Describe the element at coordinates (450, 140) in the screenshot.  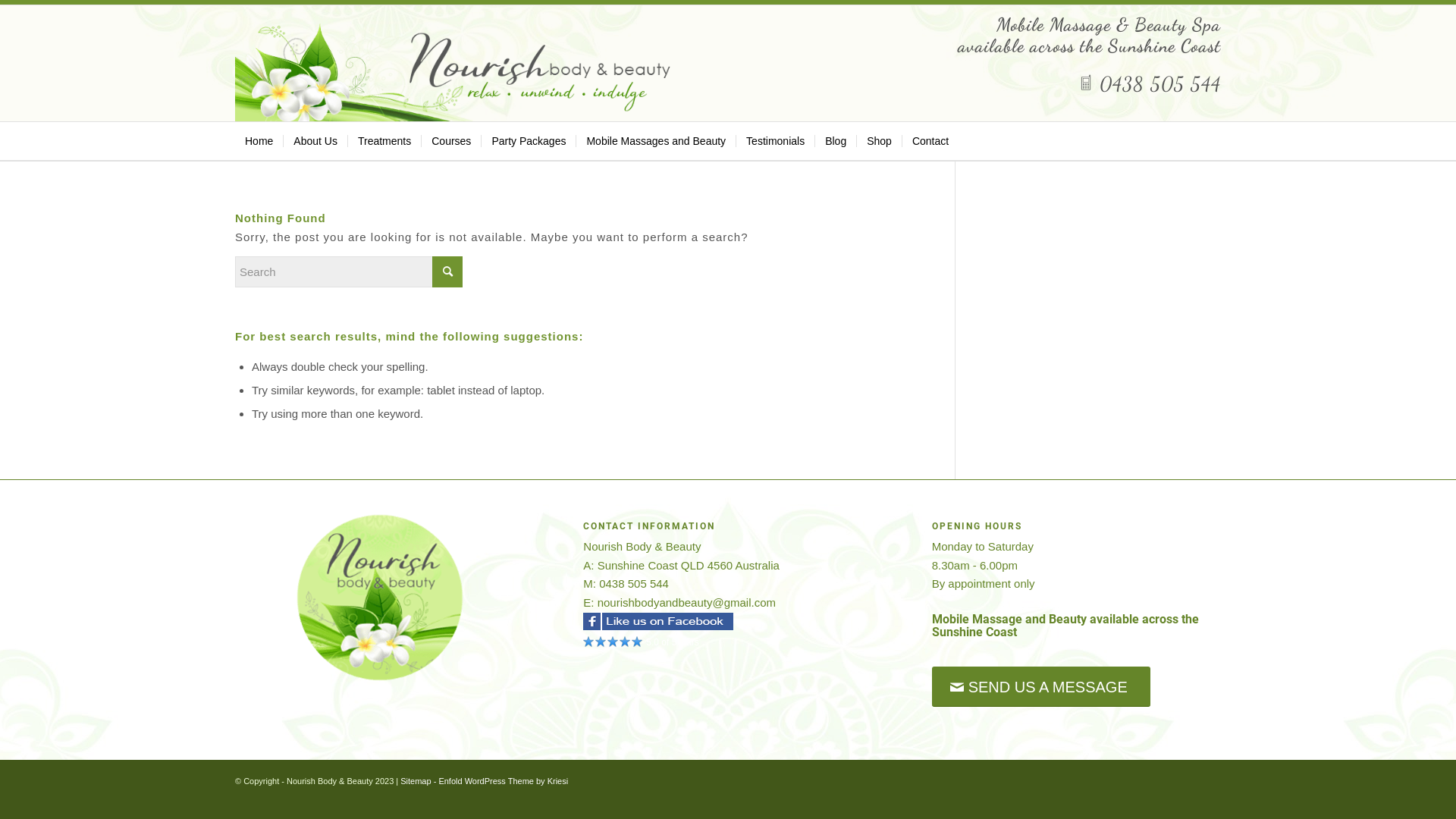
I see `'Courses'` at that location.